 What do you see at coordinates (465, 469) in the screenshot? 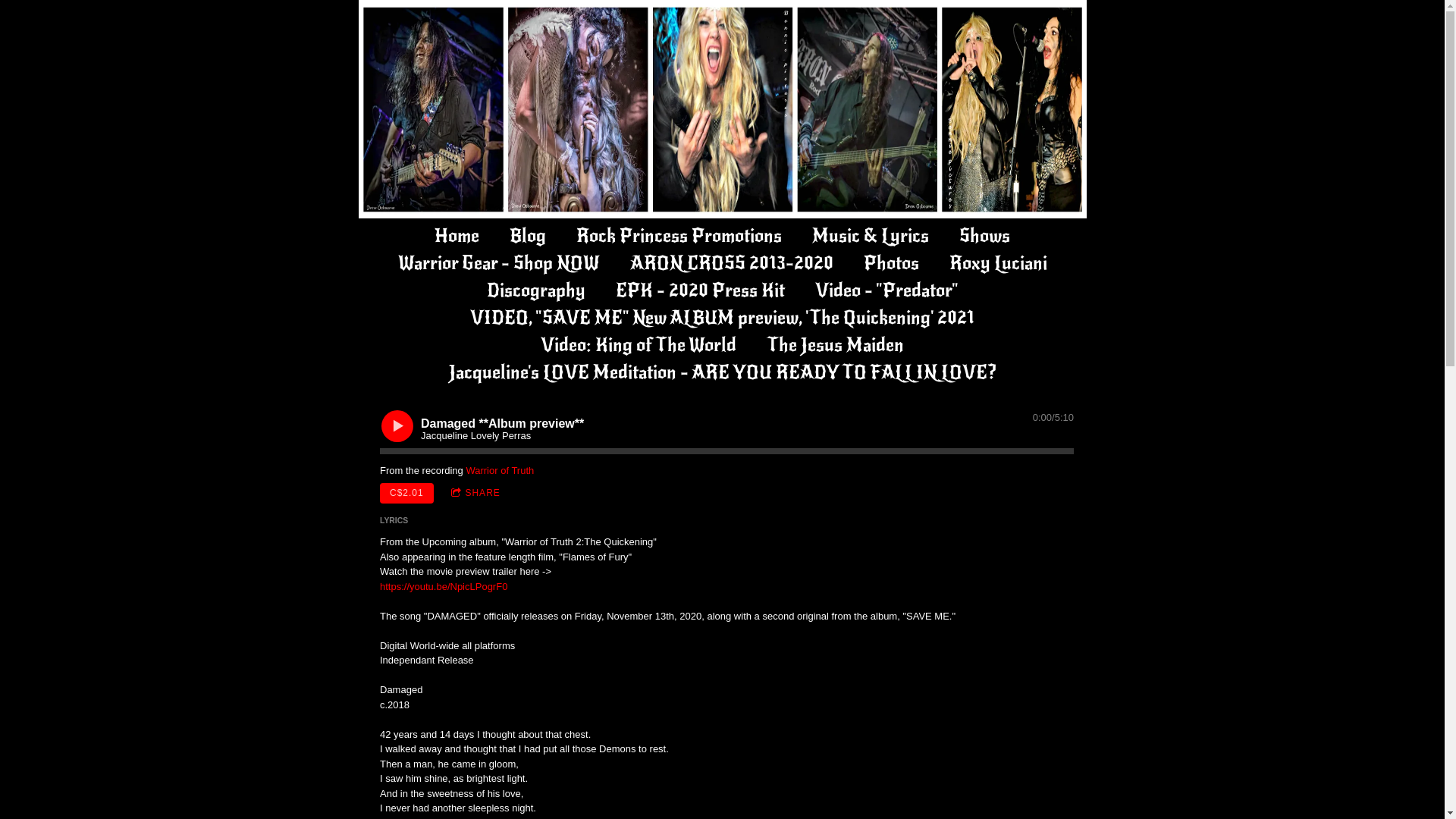
I see `'Warrior of Truth'` at bounding box center [465, 469].